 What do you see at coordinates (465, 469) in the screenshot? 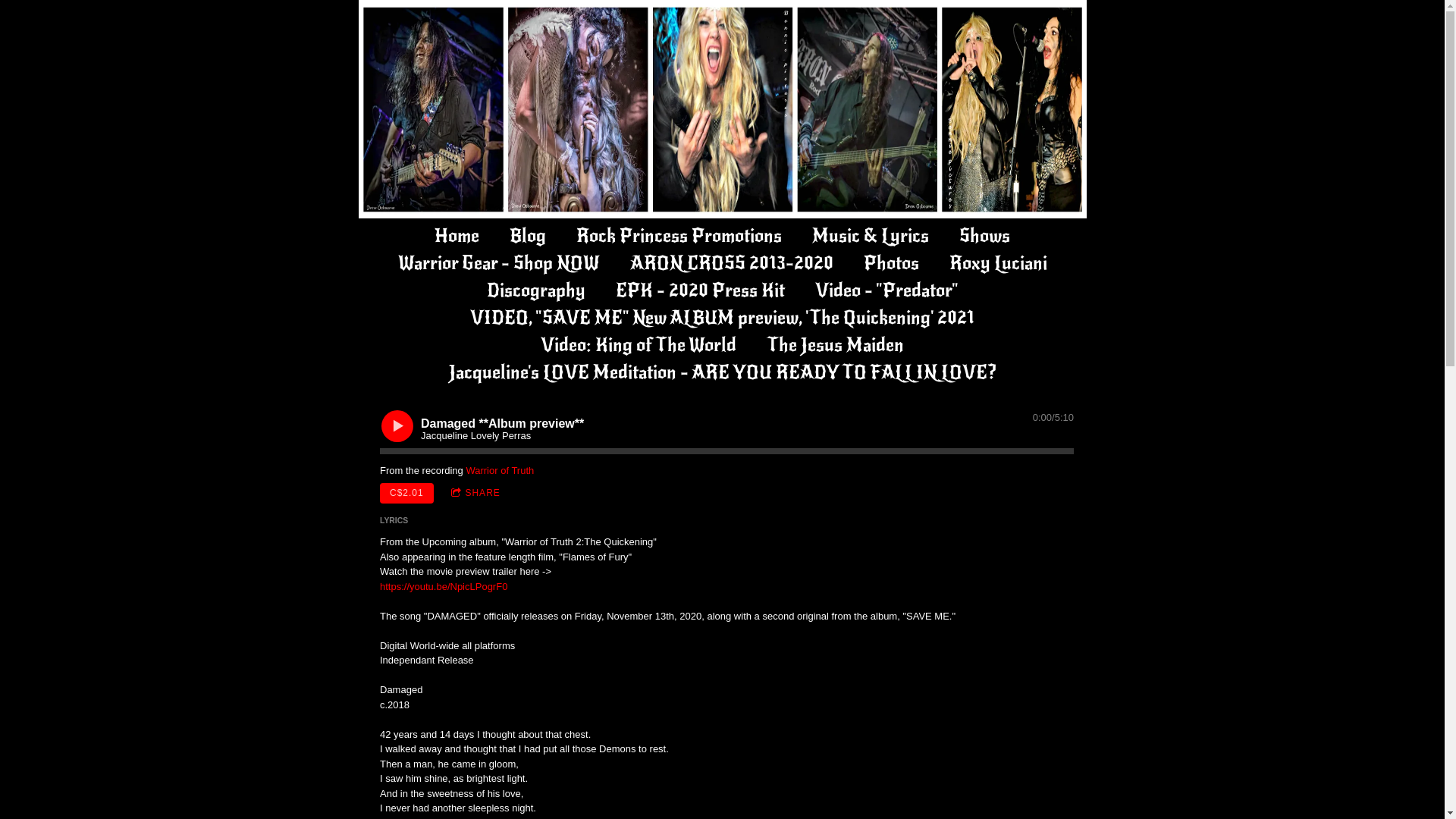
I see `'Warrior of Truth'` at bounding box center [465, 469].